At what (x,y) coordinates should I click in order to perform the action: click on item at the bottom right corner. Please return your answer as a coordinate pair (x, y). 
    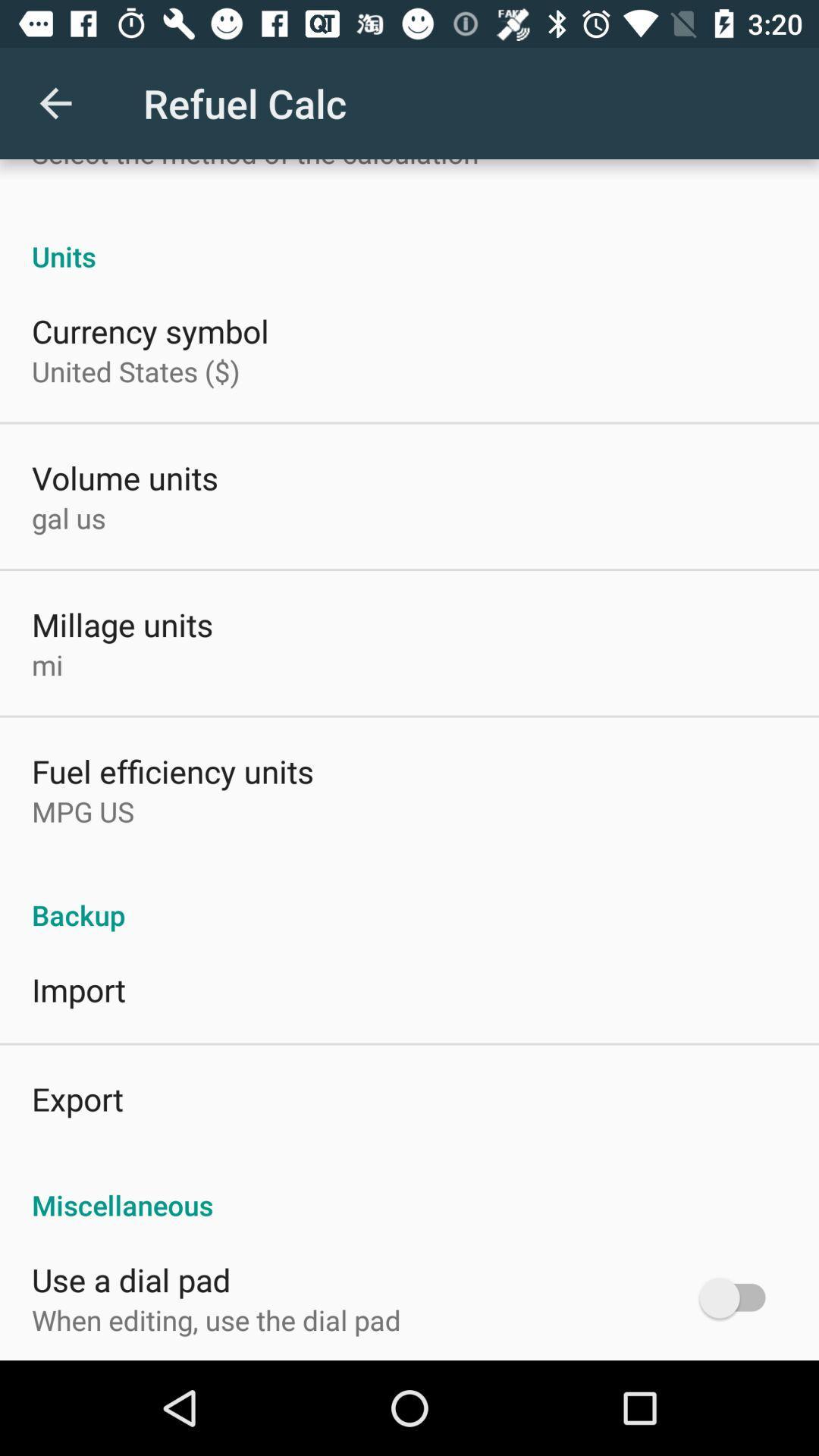
    Looking at the image, I should click on (739, 1297).